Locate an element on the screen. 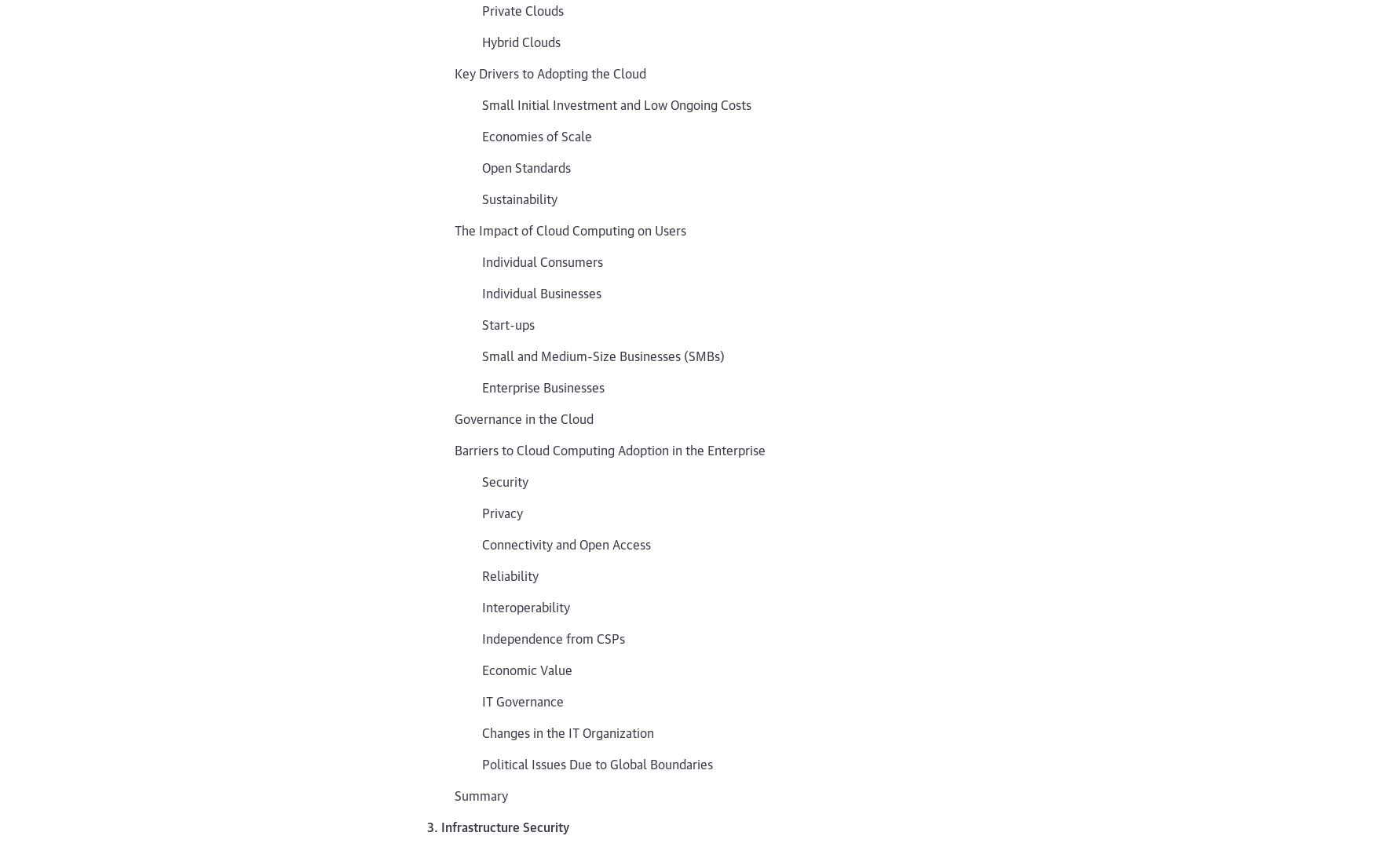 The width and height of the screenshot is (1400, 847). 'Reliability' is located at coordinates (510, 573).